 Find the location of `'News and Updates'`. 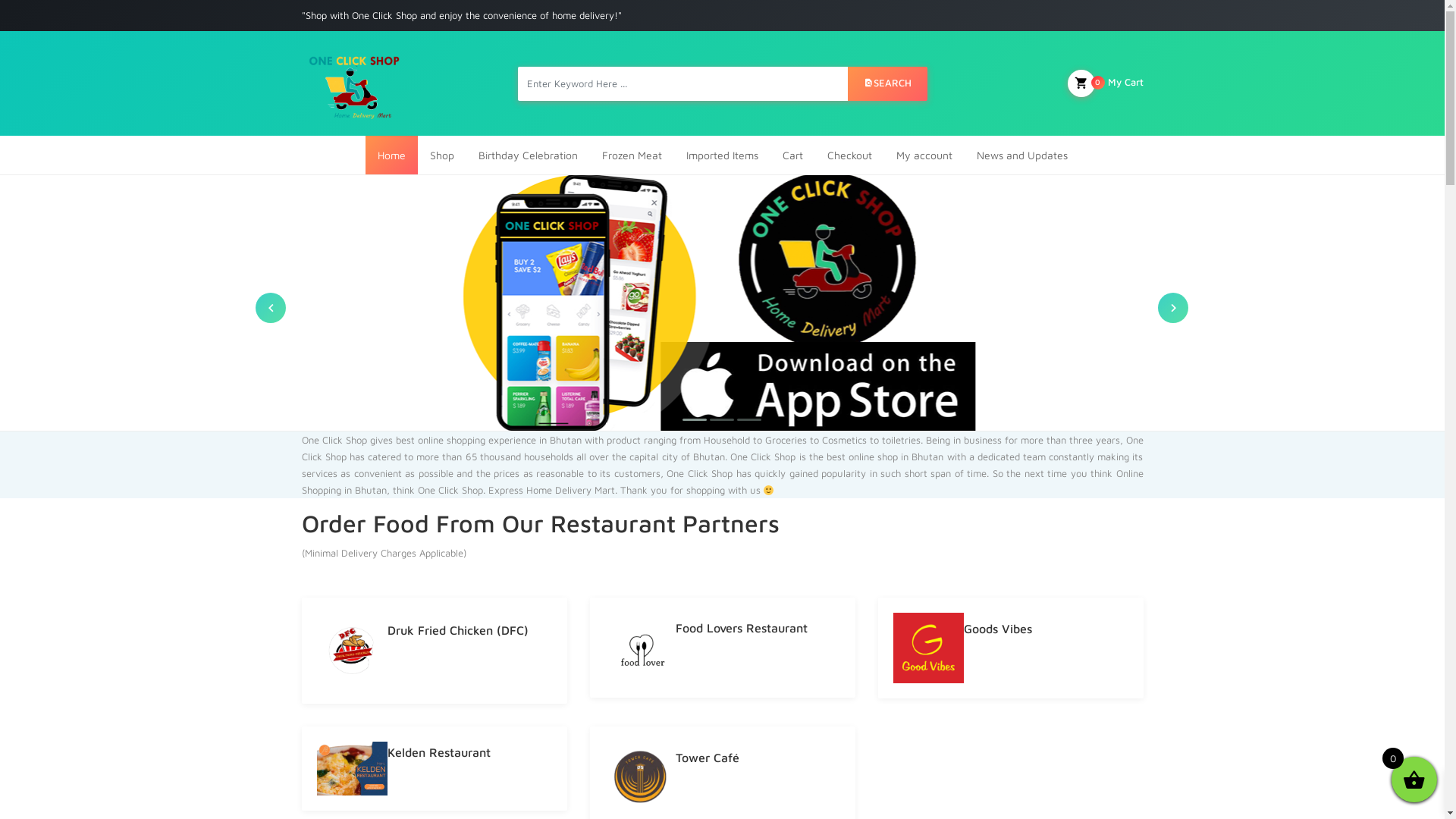

'News and Updates' is located at coordinates (1022, 155).